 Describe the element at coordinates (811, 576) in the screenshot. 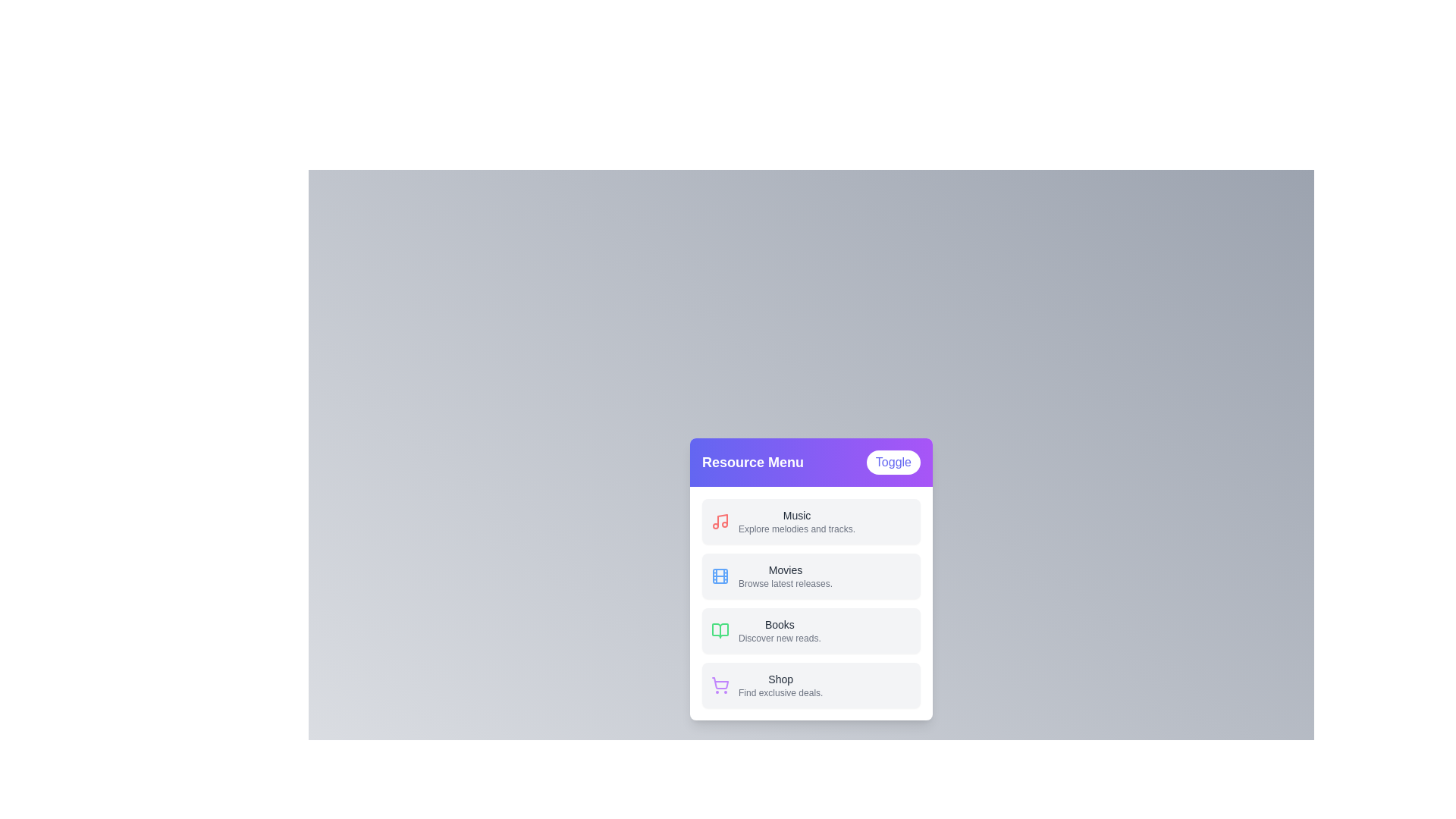

I see `the menu item labeled 'Movies'` at that location.